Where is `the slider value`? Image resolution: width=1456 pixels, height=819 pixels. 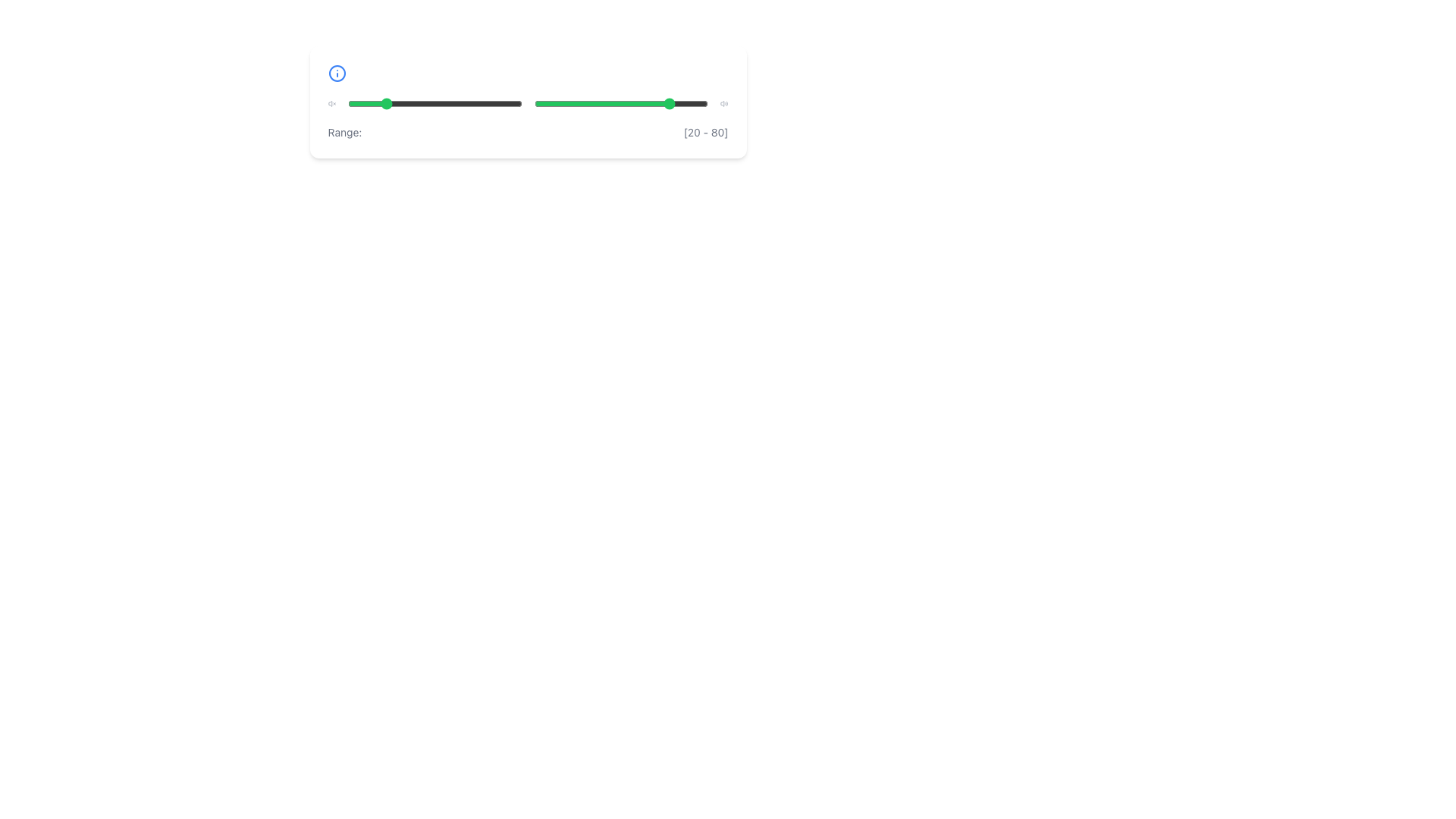
the slider value is located at coordinates (597, 103).